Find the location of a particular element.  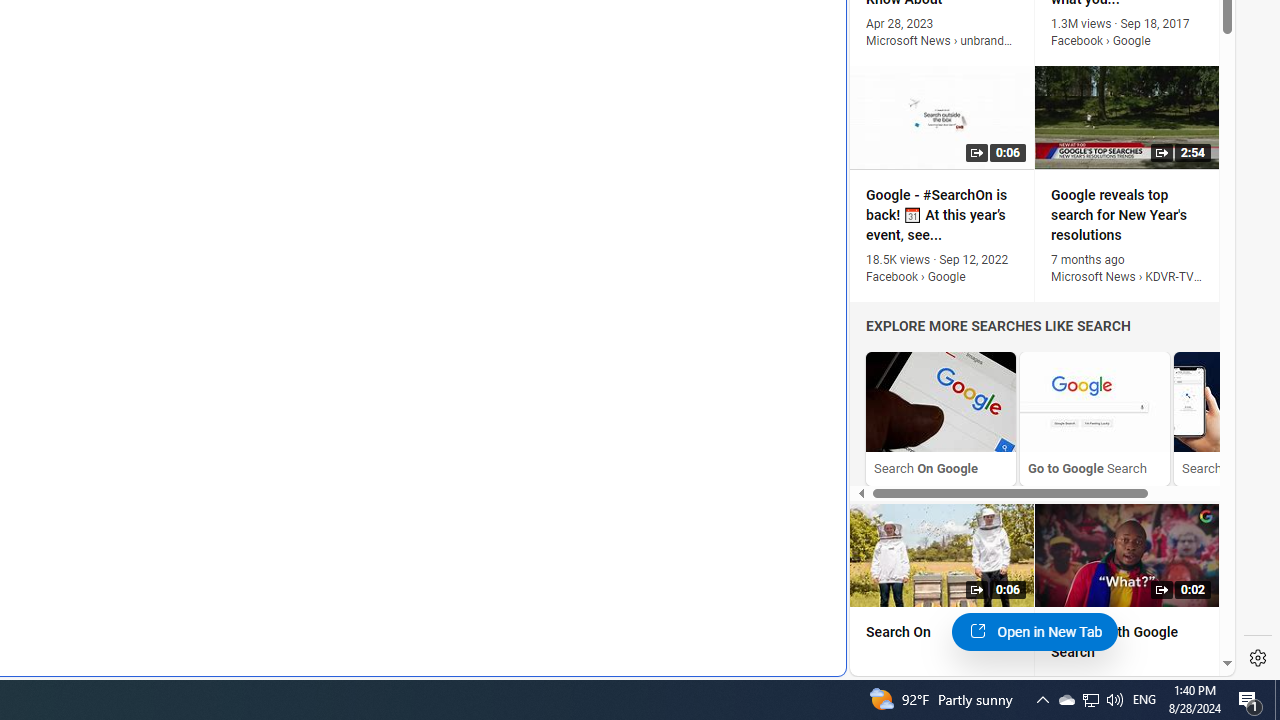

'Go to Google Search' is located at coordinates (1094, 417).